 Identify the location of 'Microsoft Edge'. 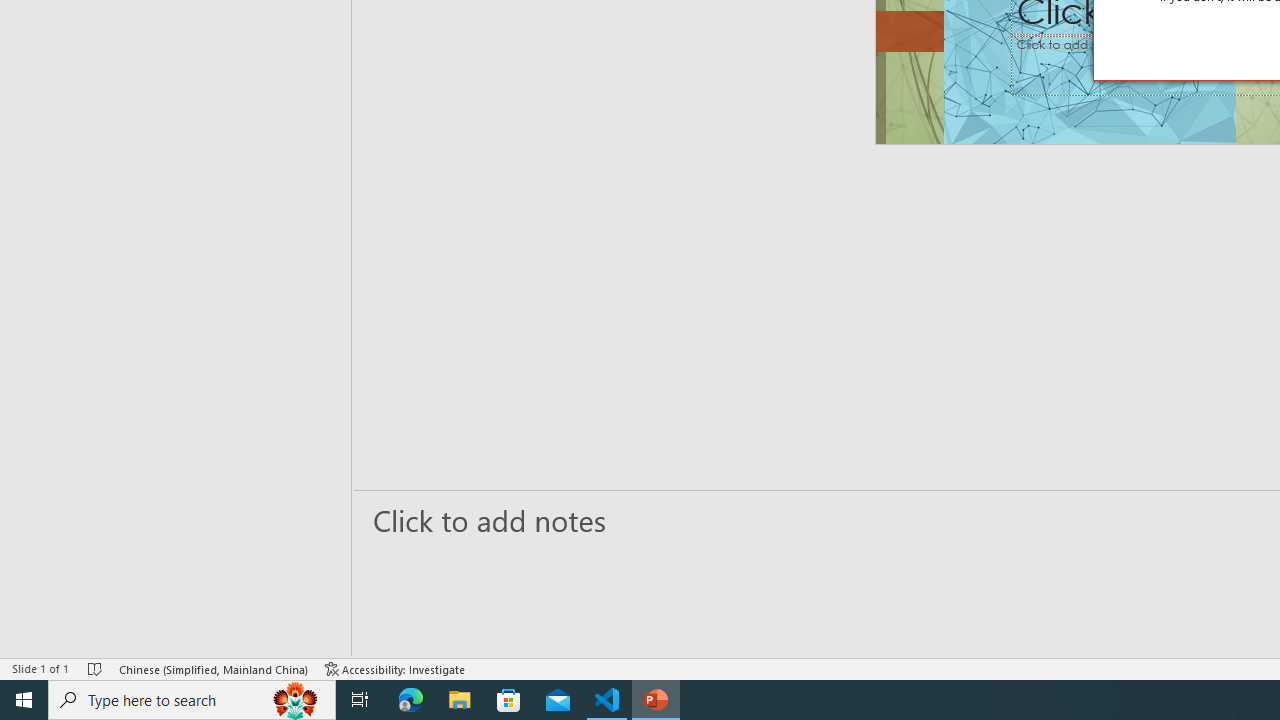
(410, 698).